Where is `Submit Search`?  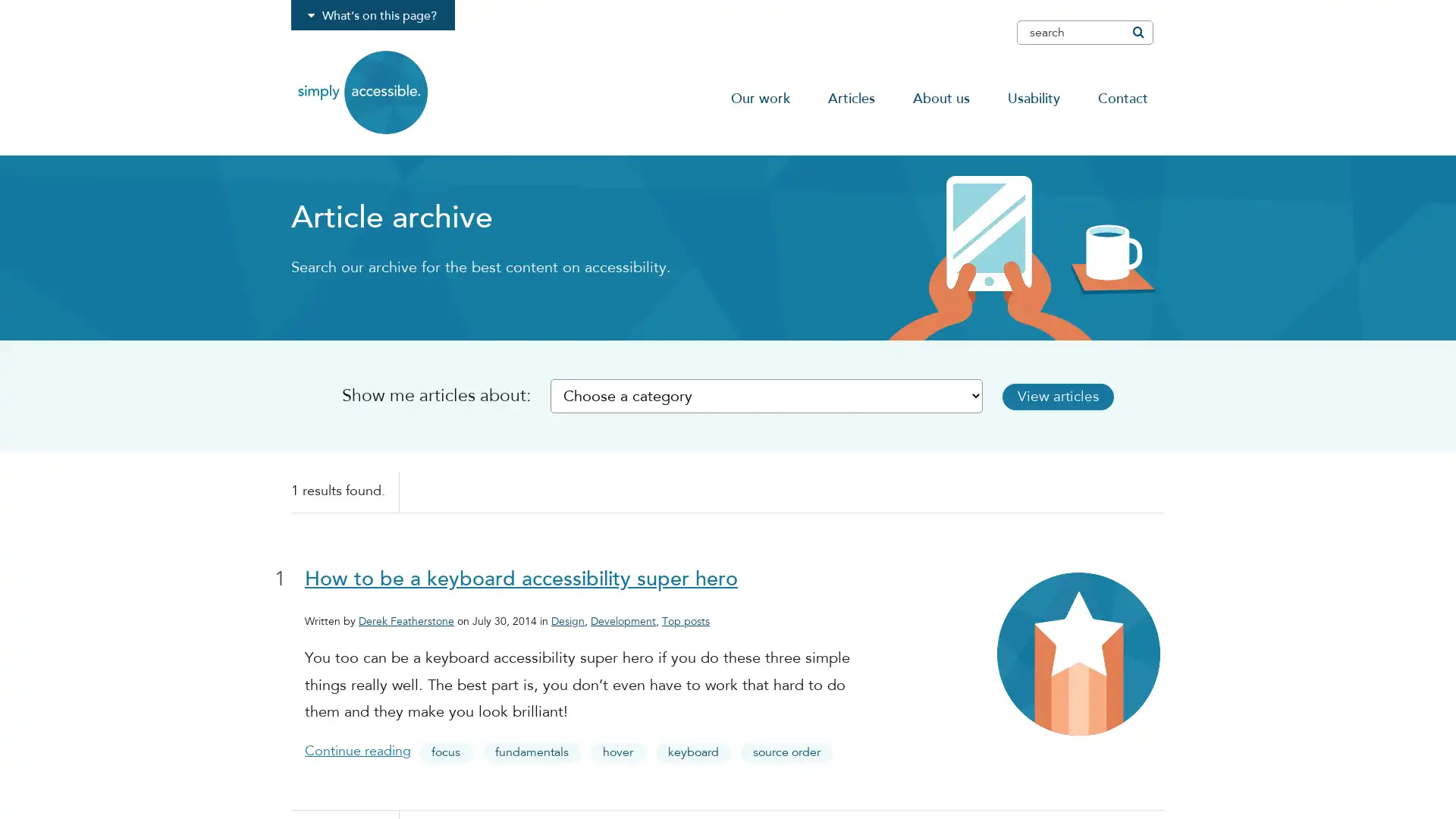 Submit Search is located at coordinates (1137, 32).